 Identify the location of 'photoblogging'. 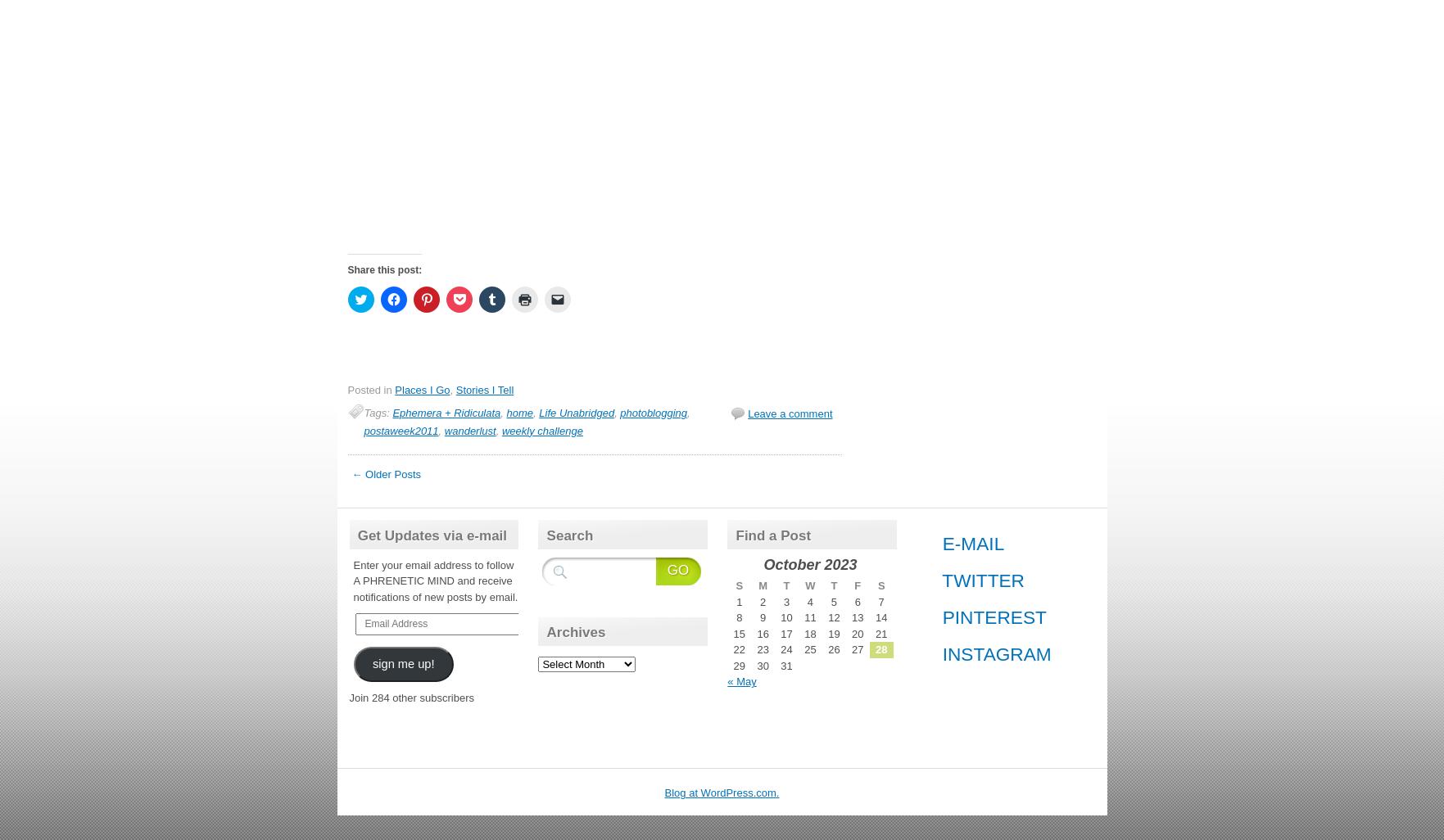
(653, 411).